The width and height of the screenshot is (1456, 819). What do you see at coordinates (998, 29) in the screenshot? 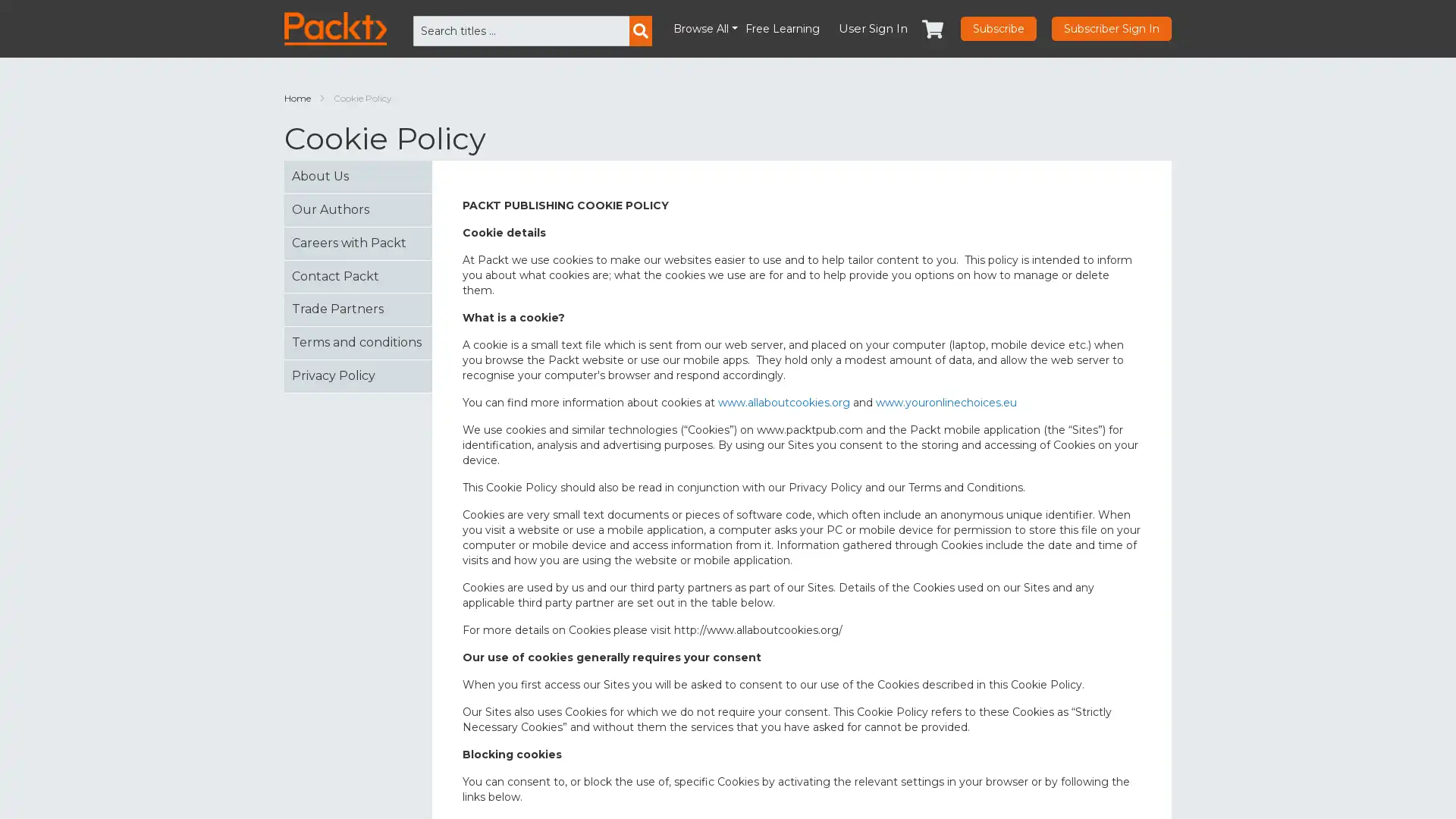
I see `Subscribe` at bounding box center [998, 29].